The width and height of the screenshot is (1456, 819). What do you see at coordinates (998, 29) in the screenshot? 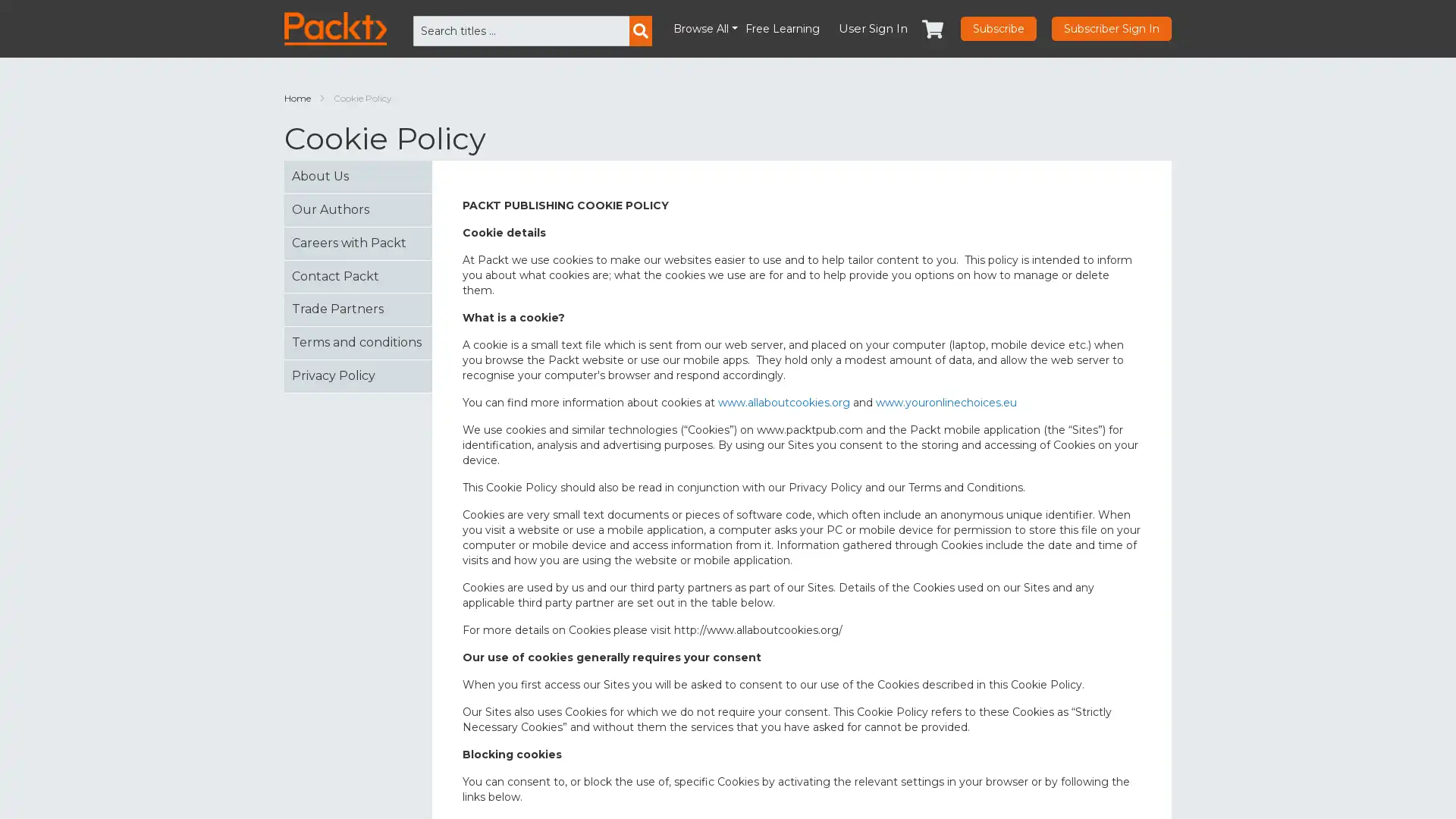
I see `Subscribe` at bounding box center [998, 29].